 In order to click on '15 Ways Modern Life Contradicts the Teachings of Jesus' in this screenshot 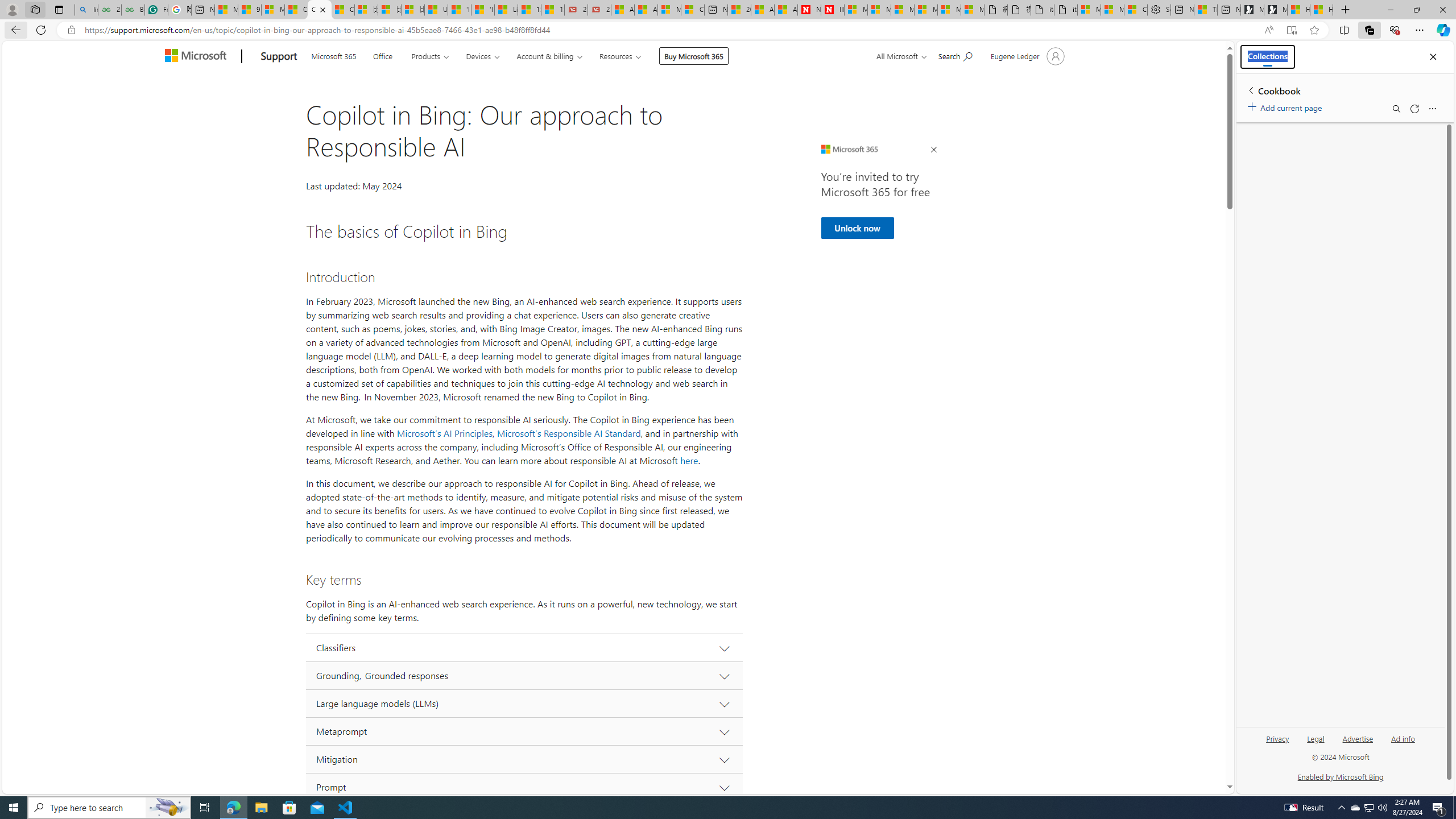, I will do `click(552, 9)`.